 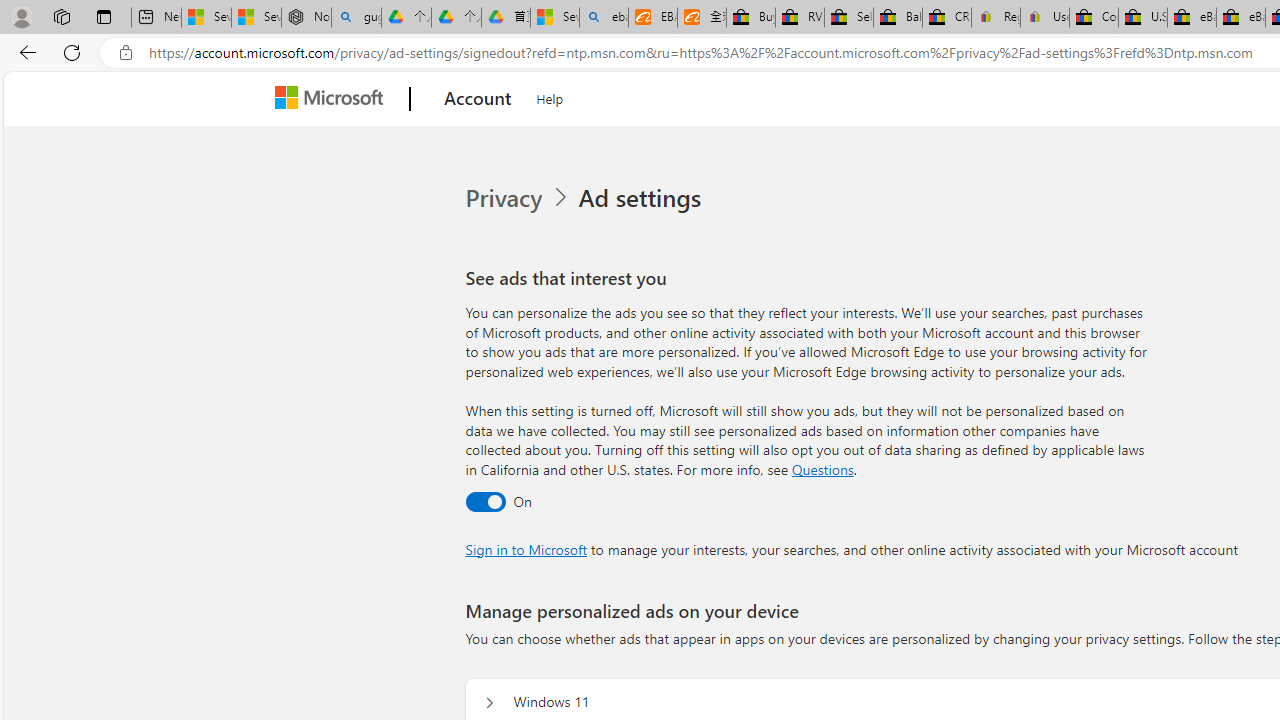 What do you see at coordinates (333, 99) in the screenshot?
I see `'Microsoft'` at bounding box center [333, 99].